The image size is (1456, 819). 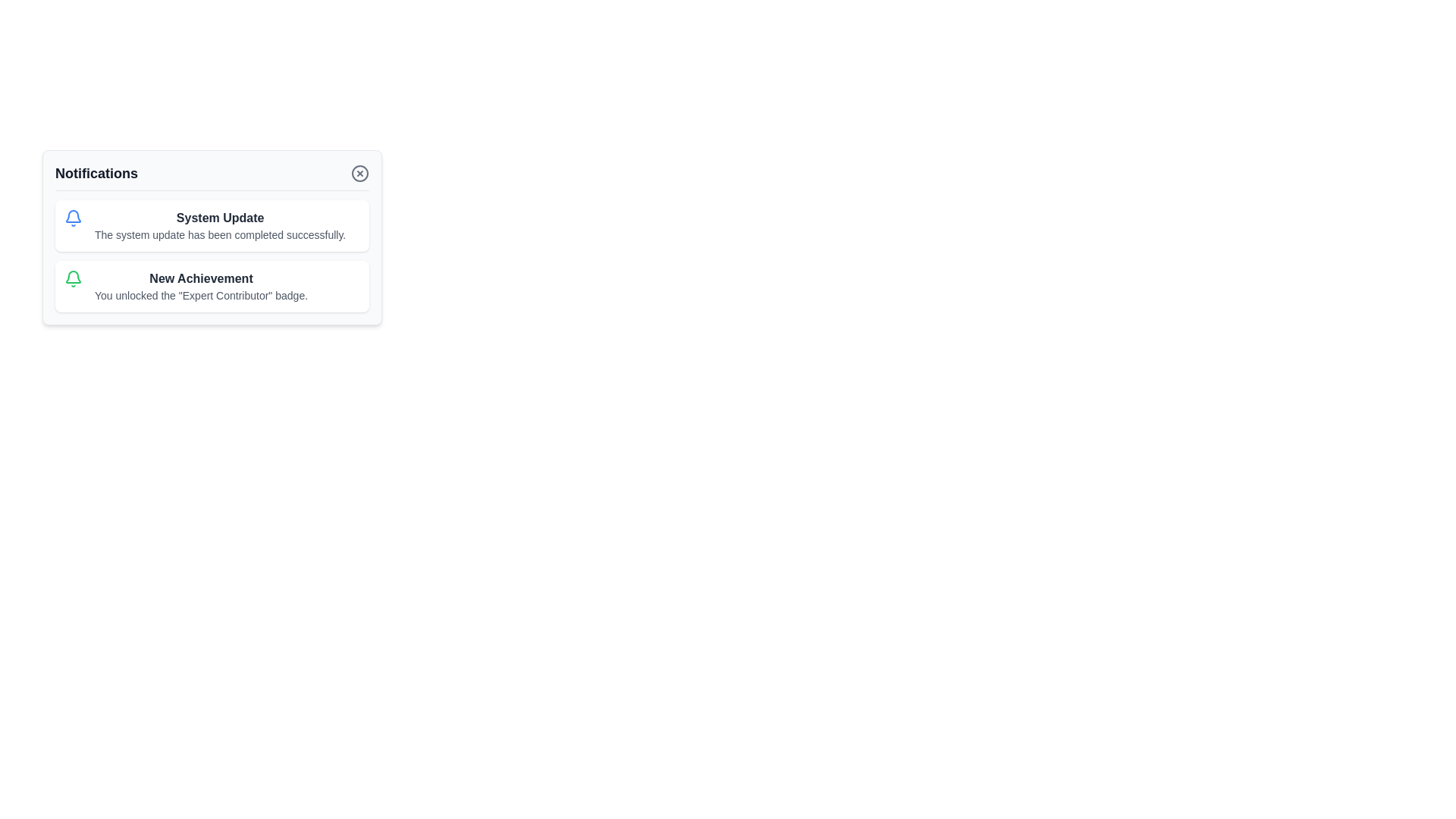 What do you see at coordinates (211, 287) in the screenshot?
I see `the second notification card in the Notifications section, which has a white background, a green bell icon, and contains the title 'New Achievement'` at bounding box center [211, 287].